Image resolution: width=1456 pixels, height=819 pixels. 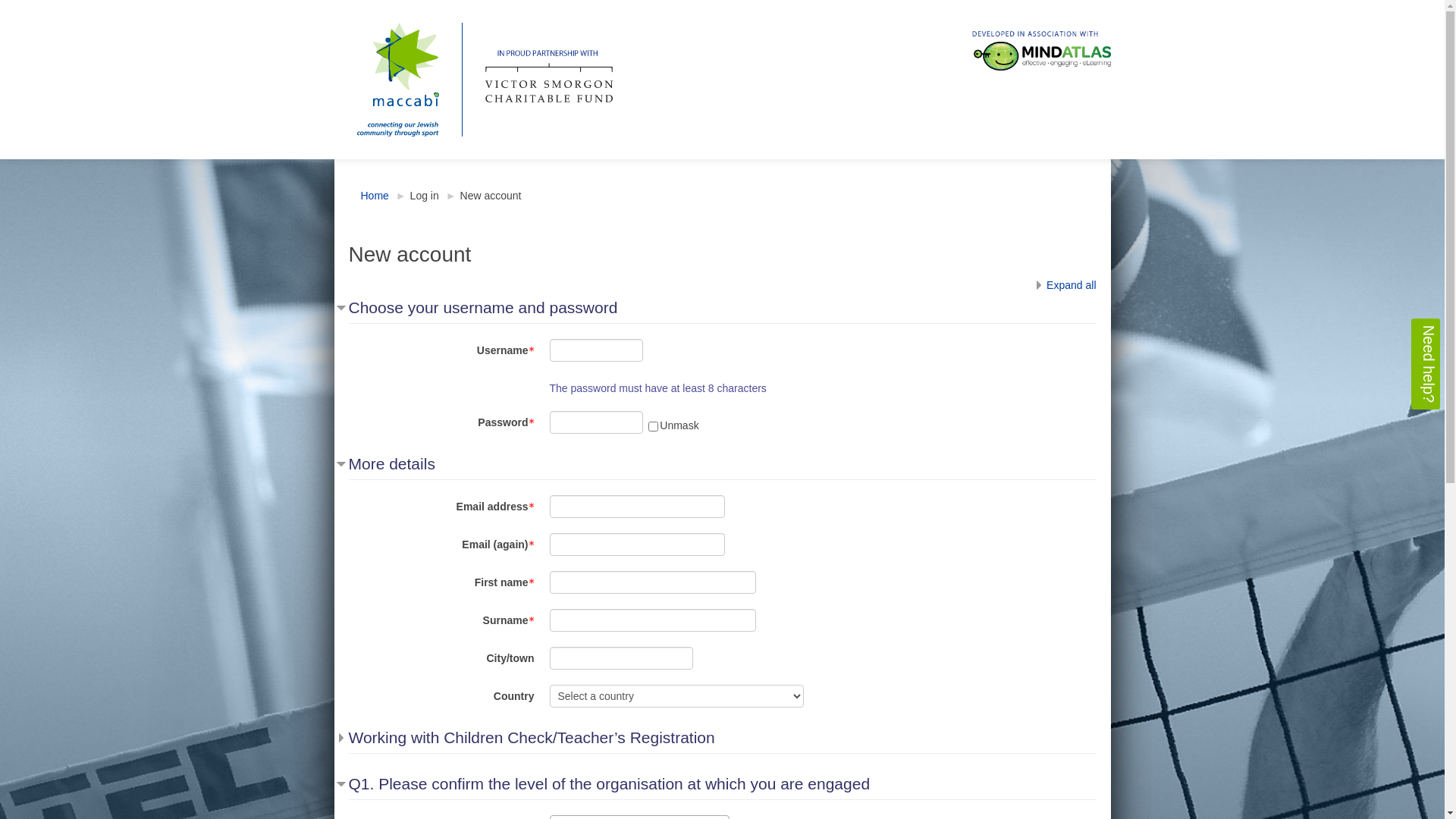 I want to click on 'Expand all', so click(x=1062, y=284).